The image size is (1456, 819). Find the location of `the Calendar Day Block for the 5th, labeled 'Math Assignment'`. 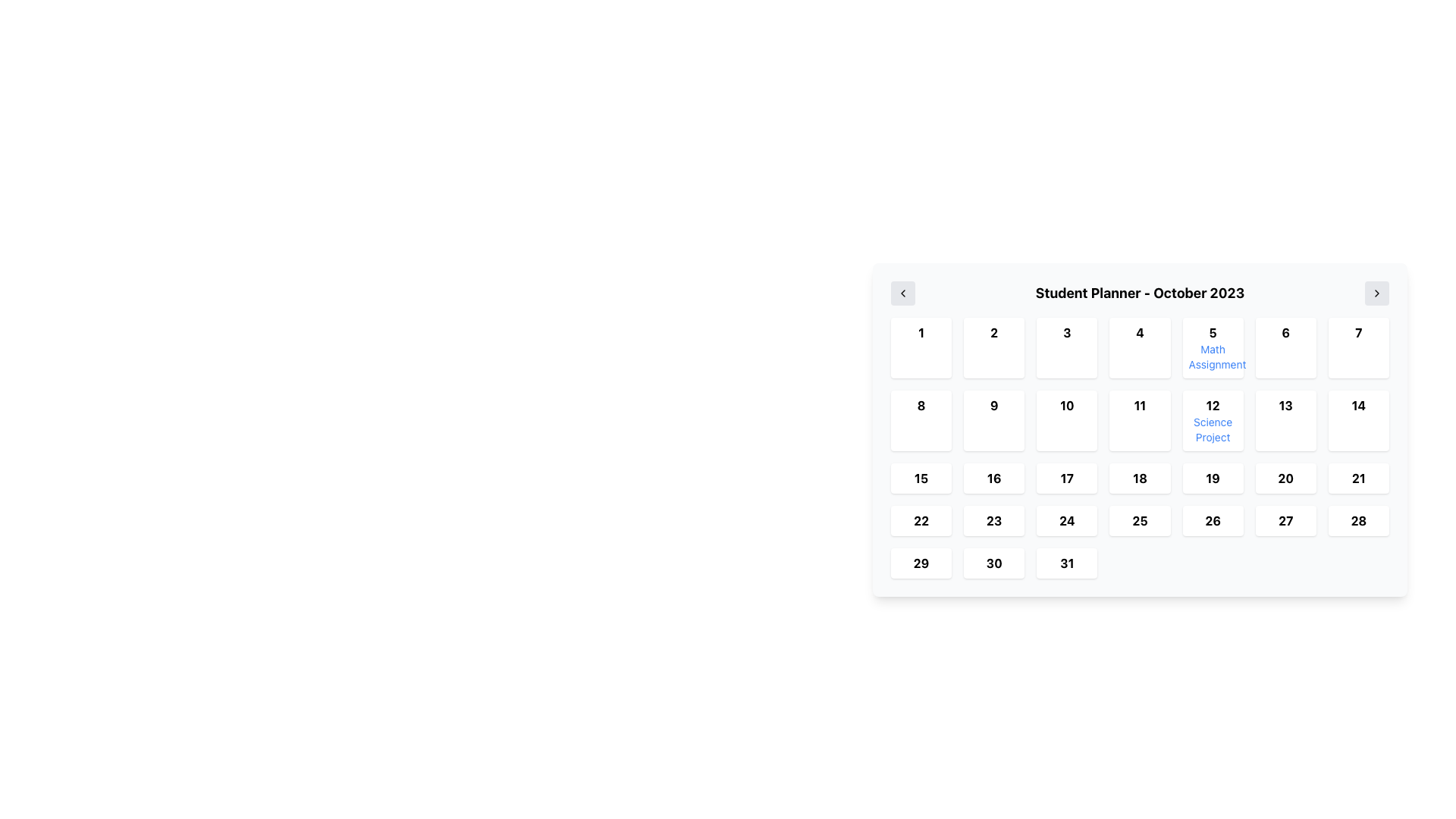

the Calendar Day Block for the 5th, labeled 'Math Assignment' is located at coordinates (1212, 348).